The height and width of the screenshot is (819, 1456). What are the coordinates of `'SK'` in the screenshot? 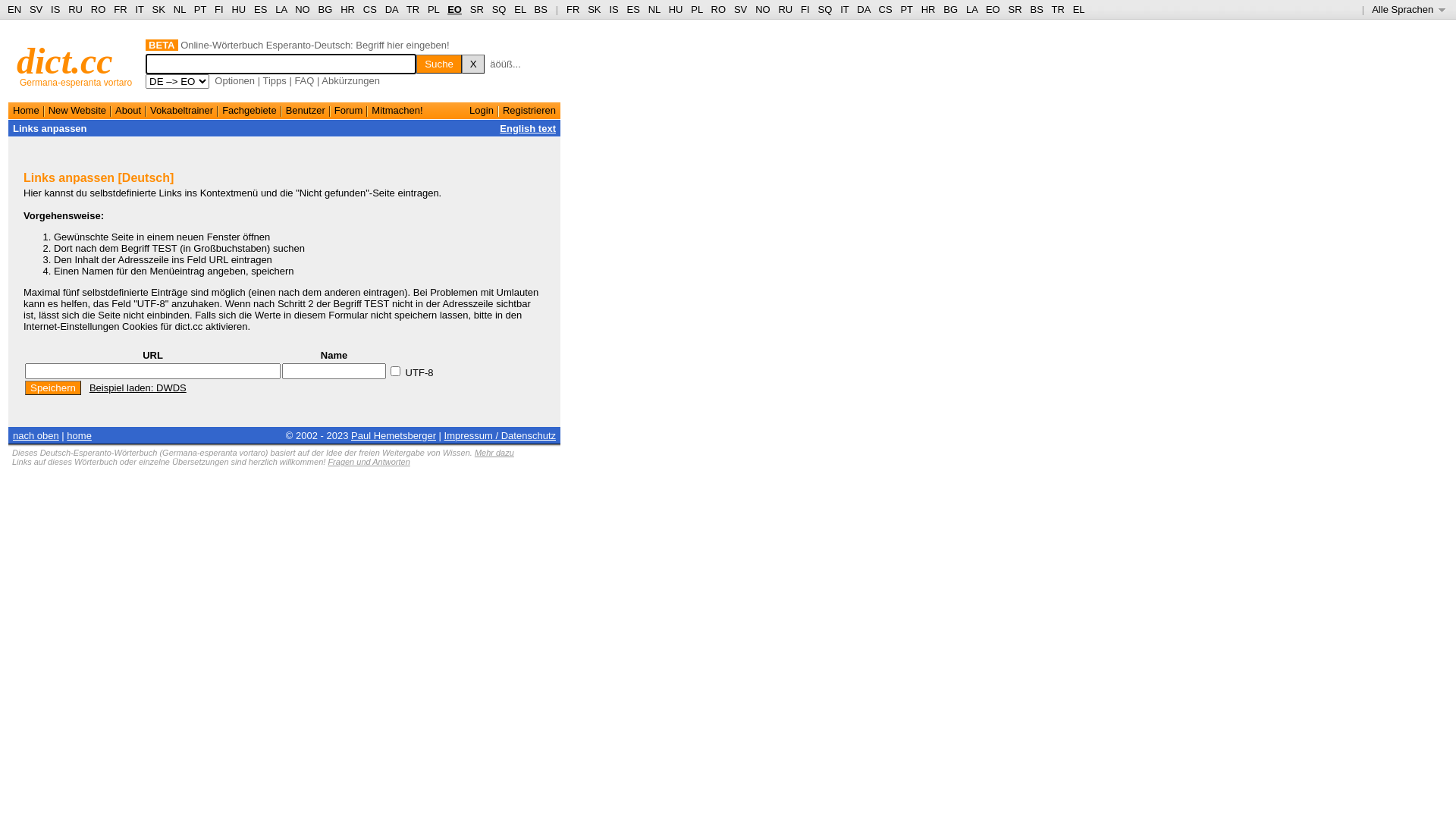 It's located at (586, 9).